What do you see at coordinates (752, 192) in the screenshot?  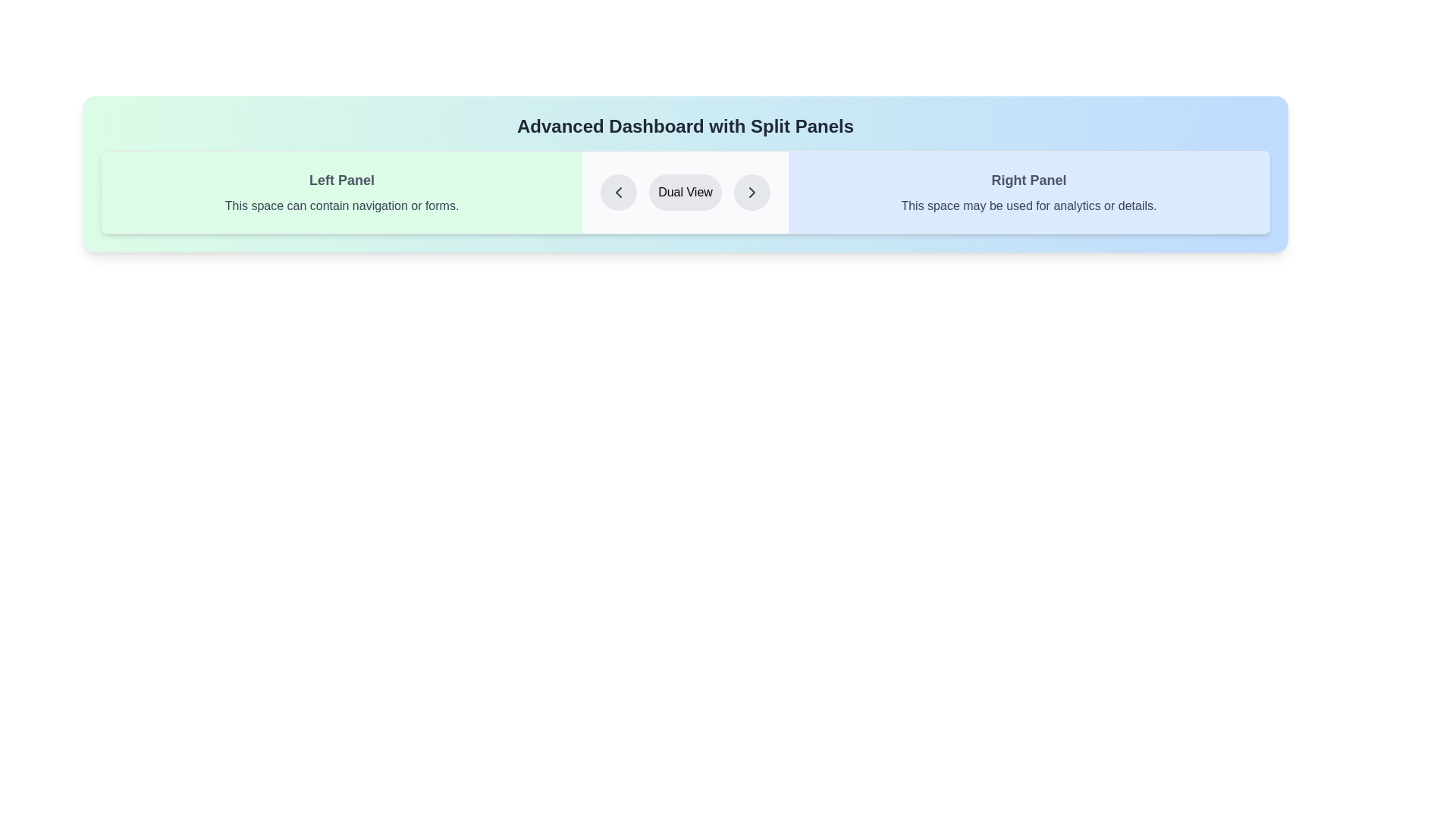 I see `the third interactive button in the horizontal group, located to the right of the 'Dual View' button` at bounding box center [752, 192].